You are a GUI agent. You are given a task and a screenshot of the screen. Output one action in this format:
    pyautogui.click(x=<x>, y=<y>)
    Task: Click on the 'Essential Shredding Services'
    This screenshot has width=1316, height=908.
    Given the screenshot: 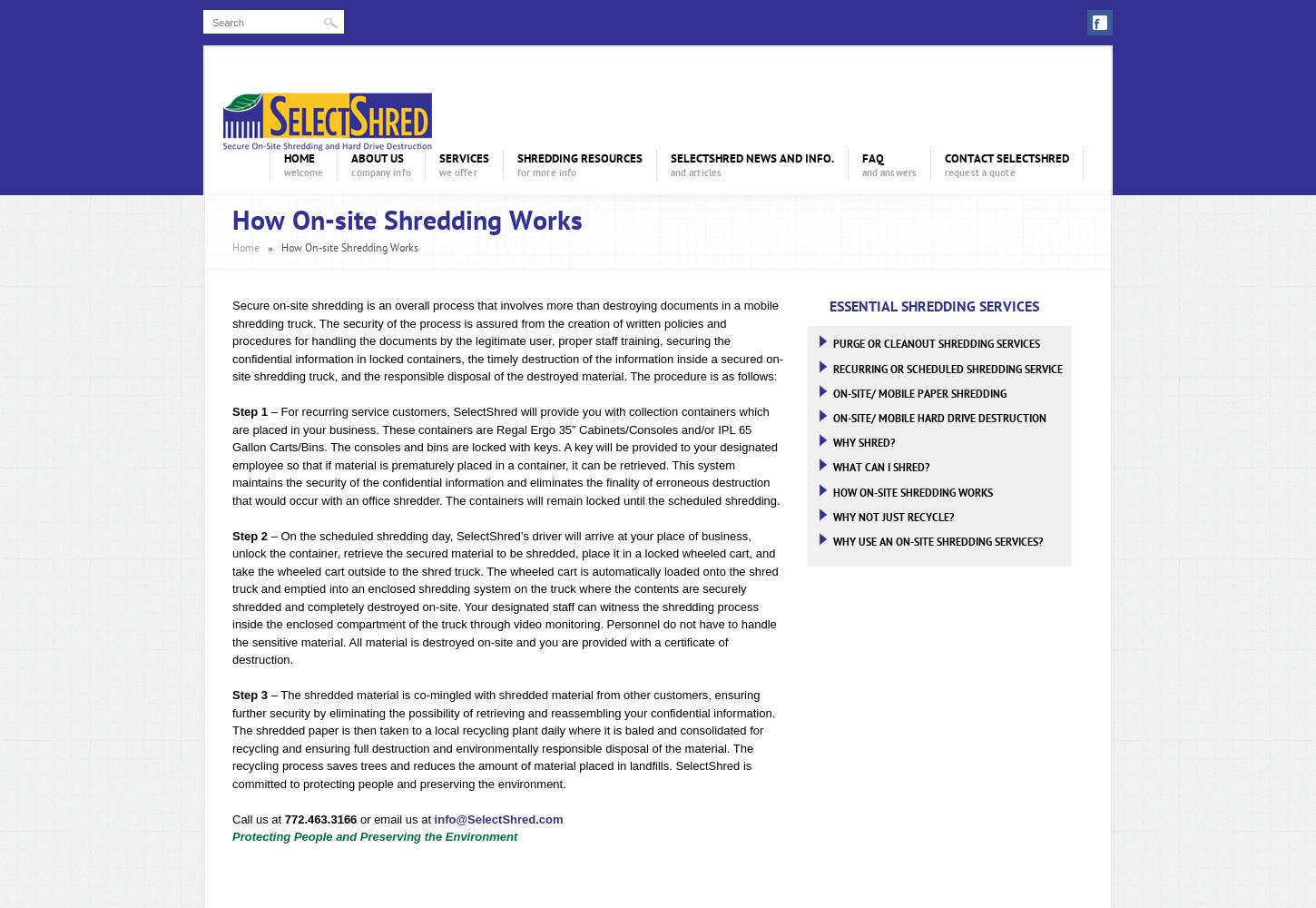 What is the action you would take?
    pyautogui.click(x=933, y=306)
    